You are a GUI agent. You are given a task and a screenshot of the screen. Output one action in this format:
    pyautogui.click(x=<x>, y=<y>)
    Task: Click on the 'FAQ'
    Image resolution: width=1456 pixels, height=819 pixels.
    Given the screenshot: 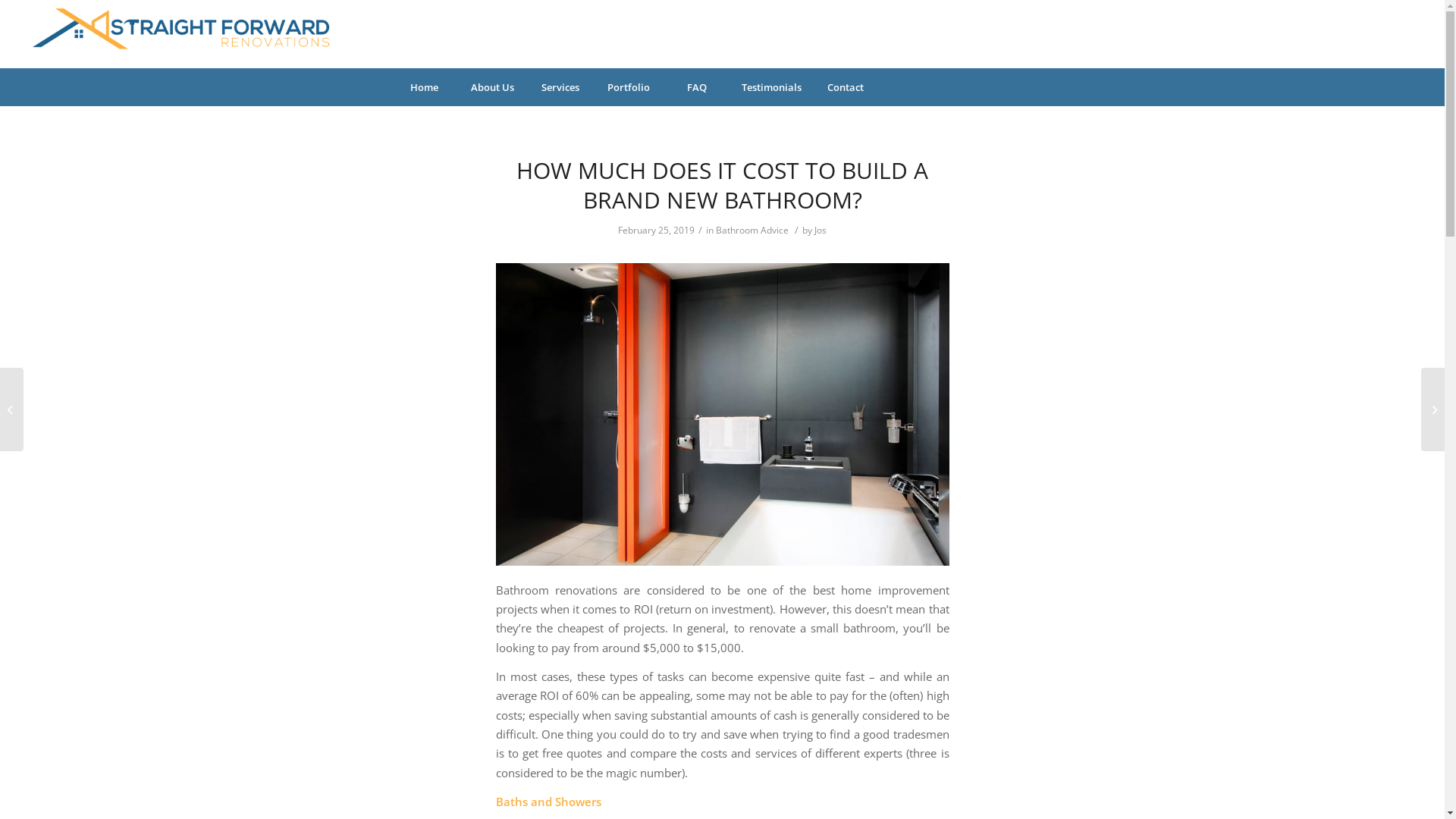 What is the action you would take?
    pyautogui.click(x=695, y=87)
    